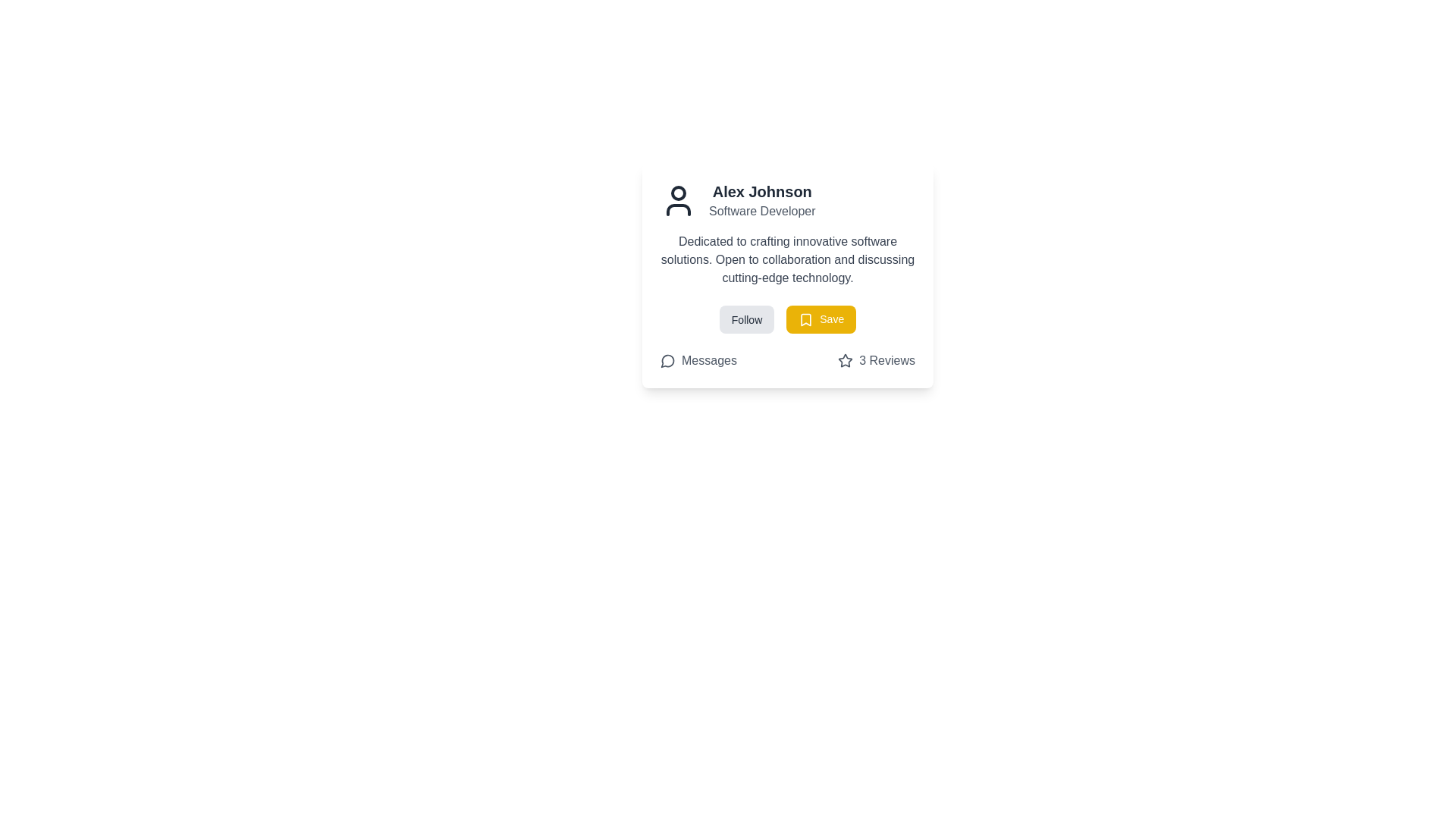 The image size is (1456, 819). Describe the element at coordinates (787, 259) in the screenshot. I see `the user profile description text block, which provides an overview of the individual's professional focus and interest areas, located below 'Alex Johnson' and 'Software Developer' and above the 'Follow' and 'Save' buttons` at that location.